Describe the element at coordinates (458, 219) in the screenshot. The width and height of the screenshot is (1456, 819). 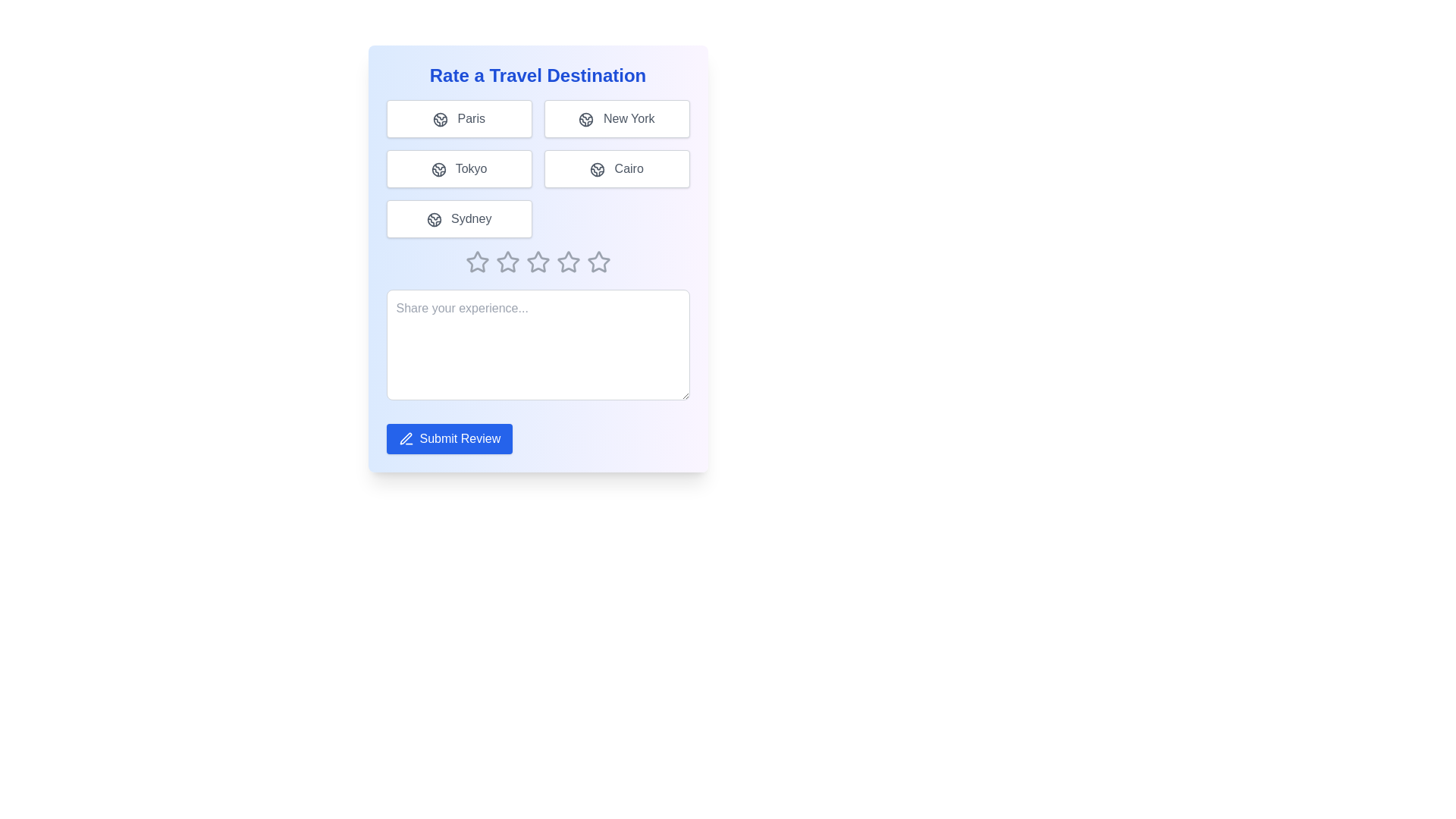
I see `the button labeled 'Sydney', which is a rectangular button with a globe icon and gray text, located` at that location.